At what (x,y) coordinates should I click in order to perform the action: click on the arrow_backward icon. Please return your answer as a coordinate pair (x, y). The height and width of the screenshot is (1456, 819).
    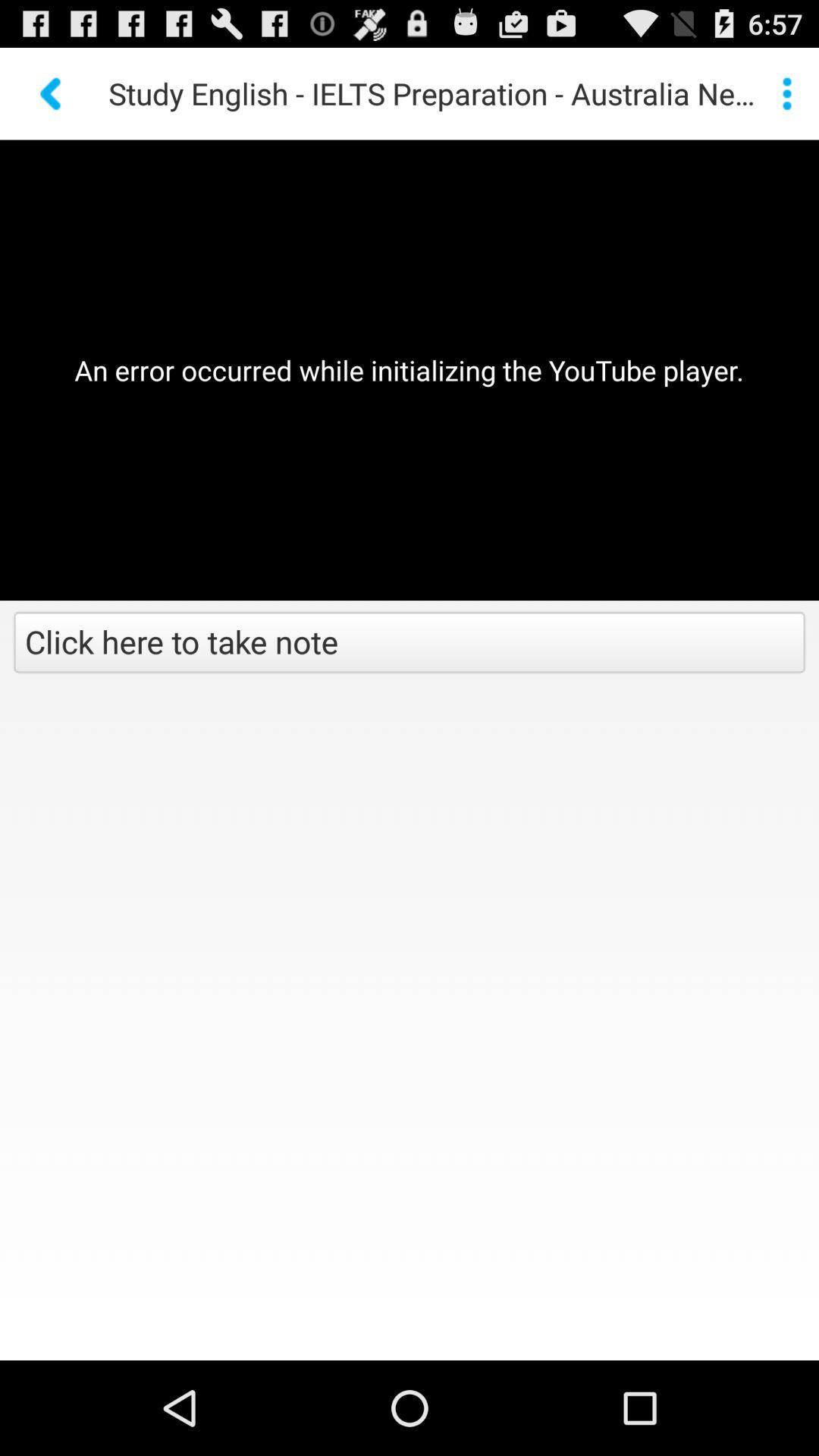
    Looking at the image, I should click on (52, 99).